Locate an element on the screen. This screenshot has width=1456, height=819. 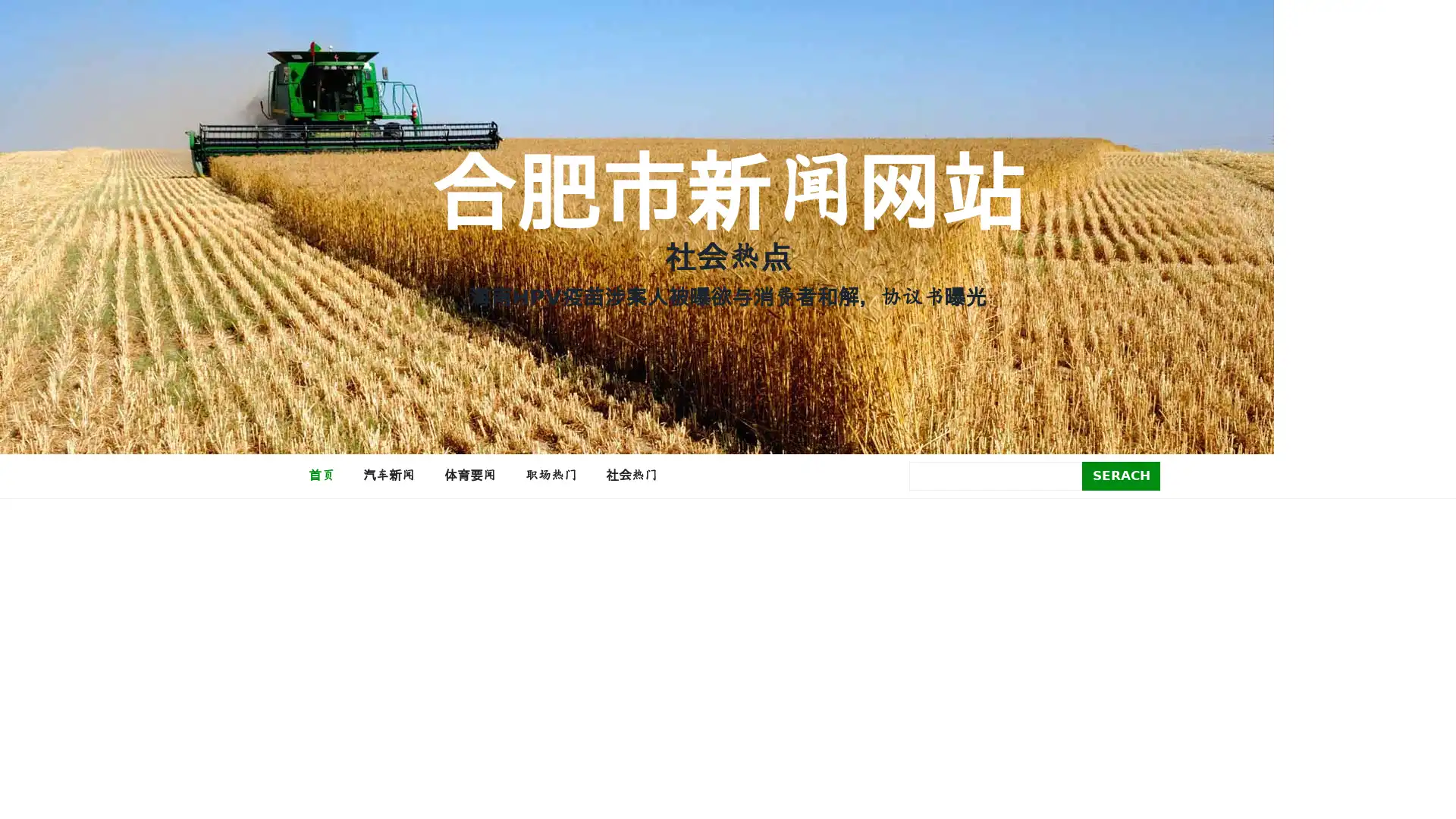
serach is located at coordinates (1121, 475).